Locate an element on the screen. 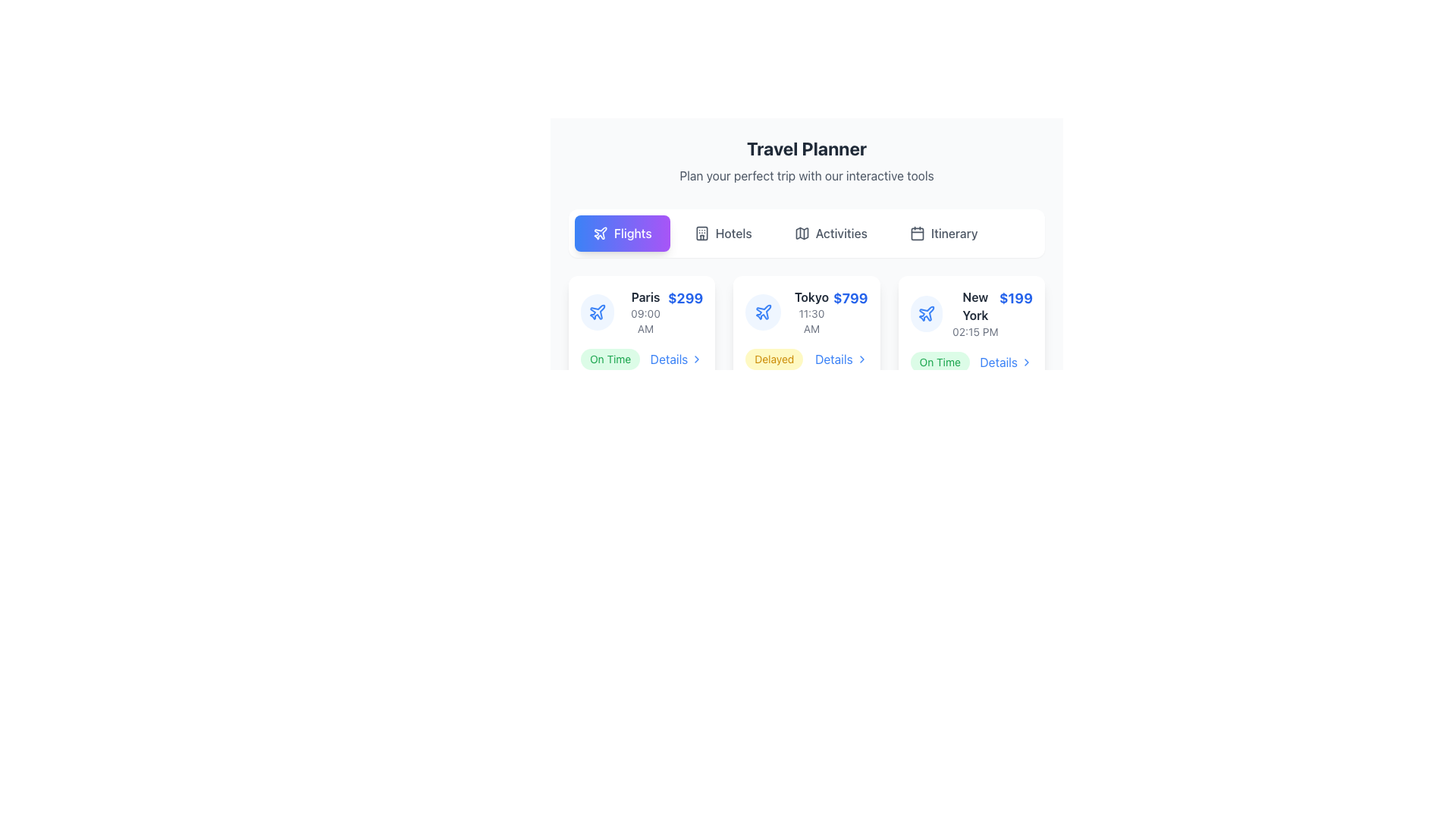 Image resolution: width=1456 pixels, height=819 pixels. the Flight information card located in the top-left corner under the 'Flights' category is located at coordinates (642, 312).